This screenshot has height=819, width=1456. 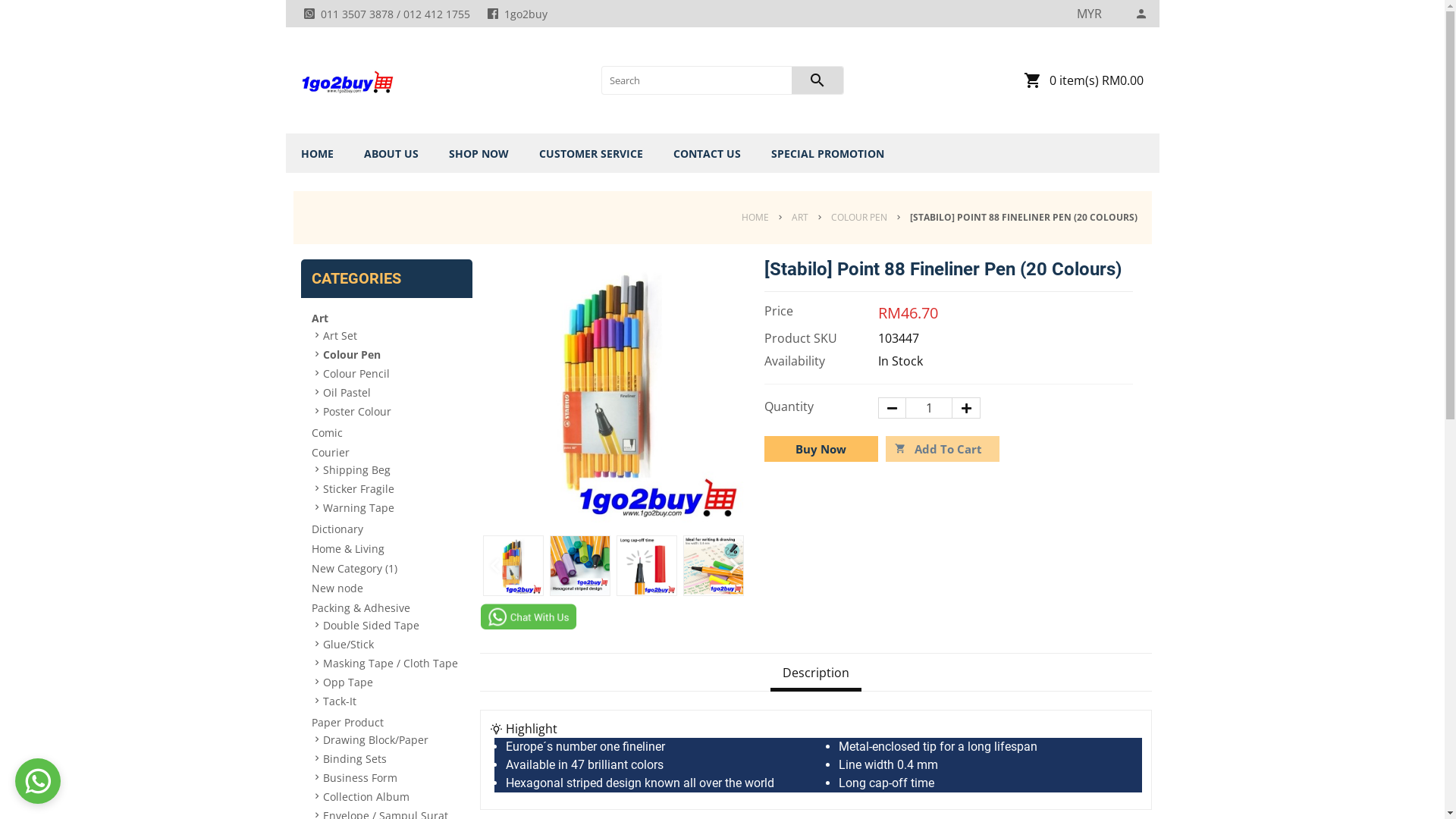 I want to click on 'Tack-It', so click(x=392, y=701).